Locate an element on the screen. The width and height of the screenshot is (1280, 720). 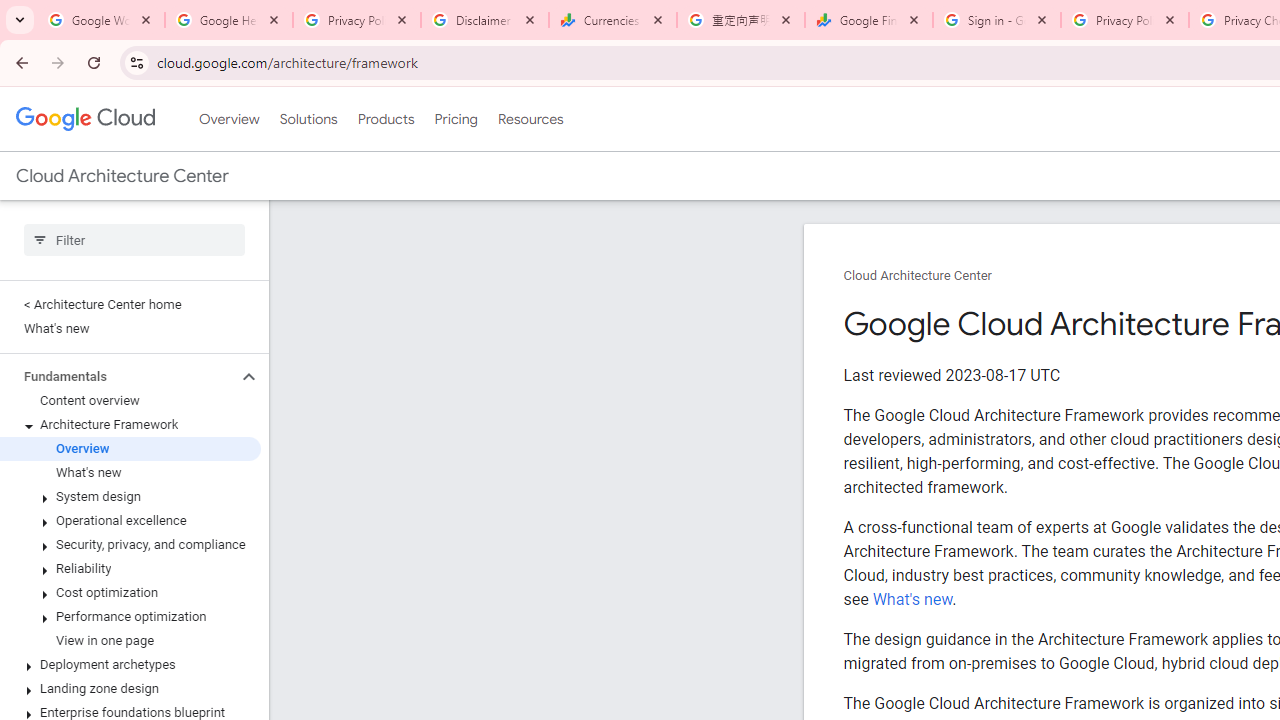
'View in one page' is located at coordinates (129, 641).